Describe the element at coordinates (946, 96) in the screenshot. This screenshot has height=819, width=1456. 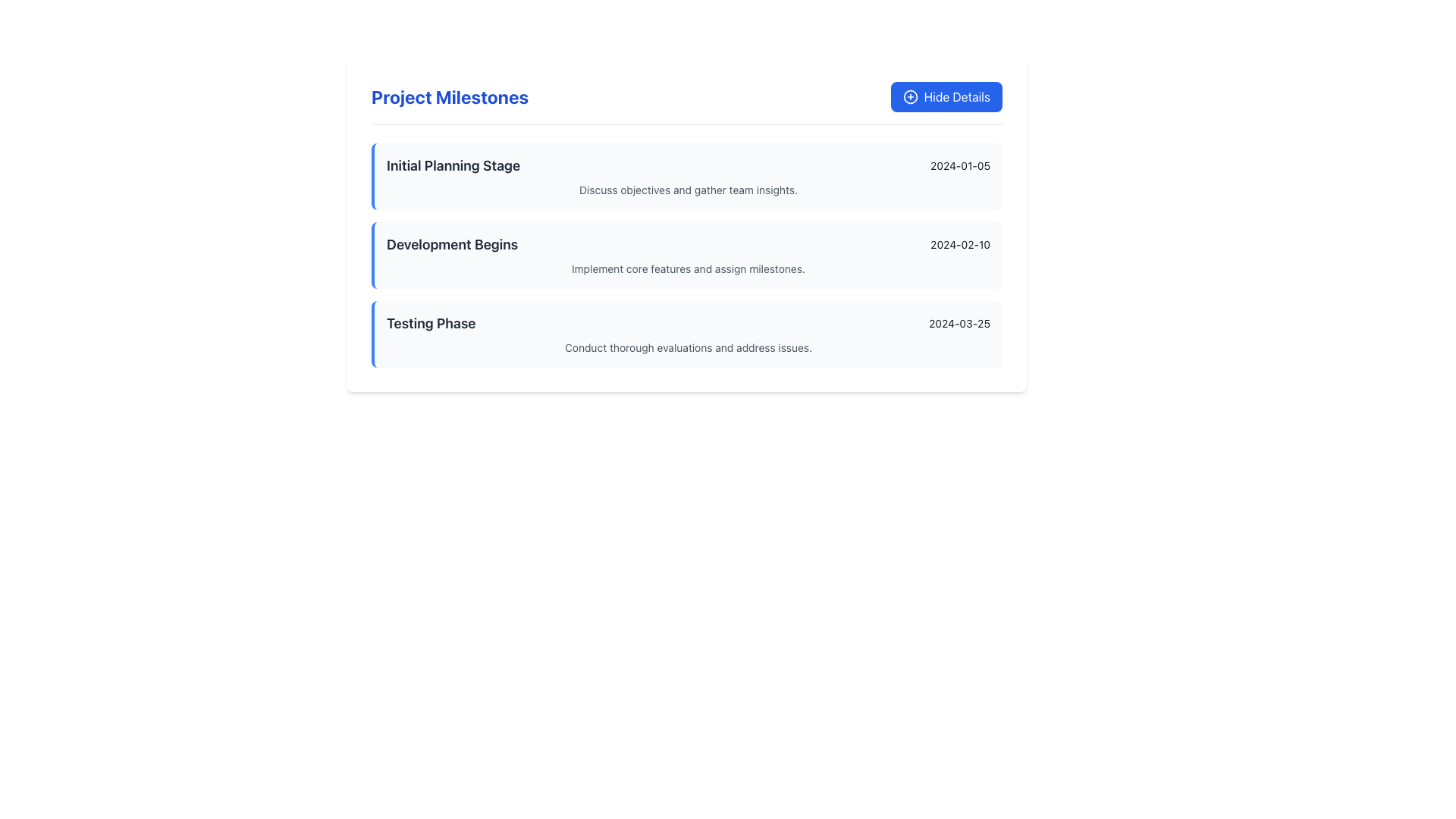
I see `the collapse button located on the far-right side of the interface, aligned with the 'Project Milestones' heading` at that location.